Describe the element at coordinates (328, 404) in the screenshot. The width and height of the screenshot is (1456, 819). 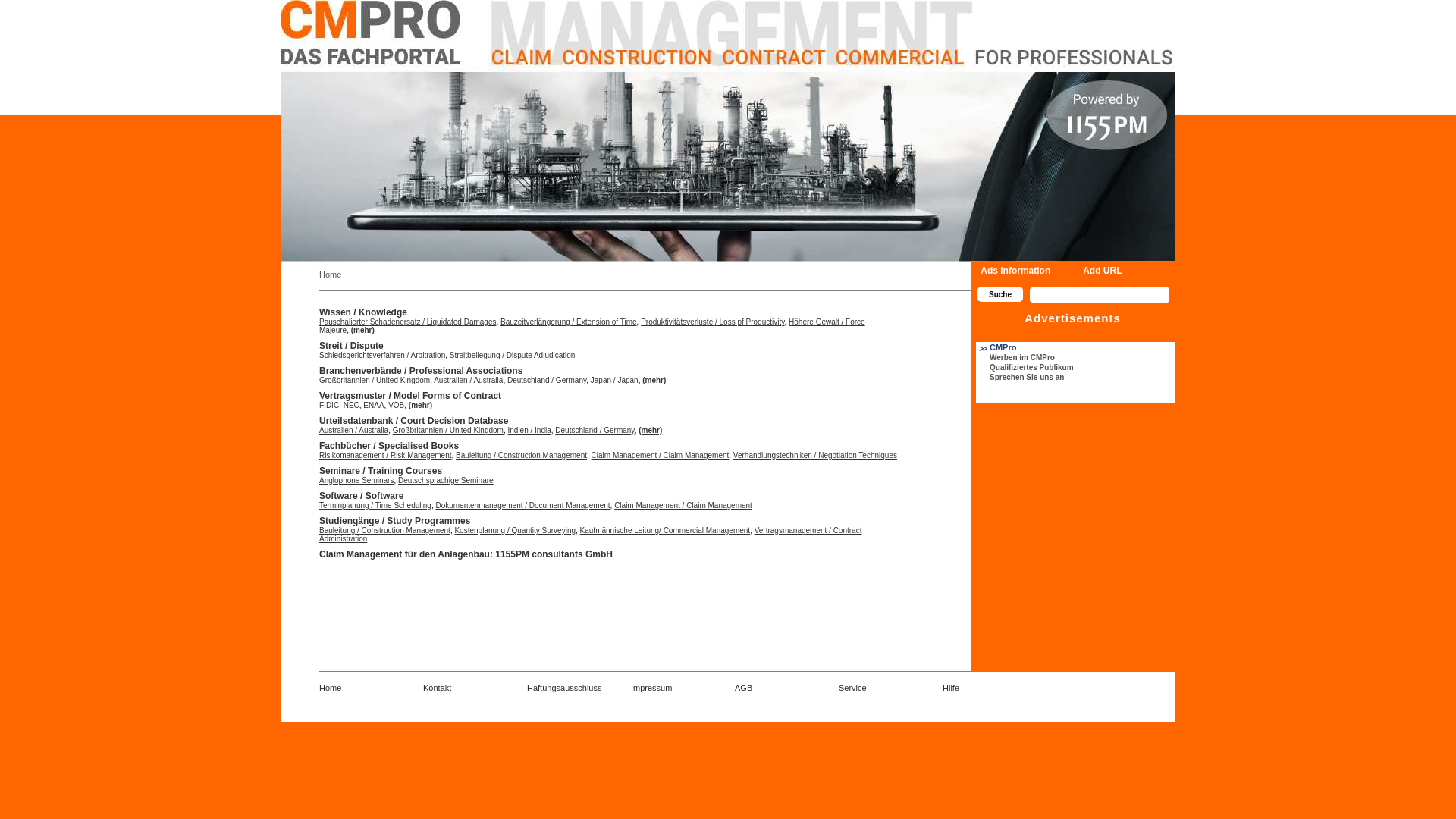
I see `'FIDIC'` at that location.